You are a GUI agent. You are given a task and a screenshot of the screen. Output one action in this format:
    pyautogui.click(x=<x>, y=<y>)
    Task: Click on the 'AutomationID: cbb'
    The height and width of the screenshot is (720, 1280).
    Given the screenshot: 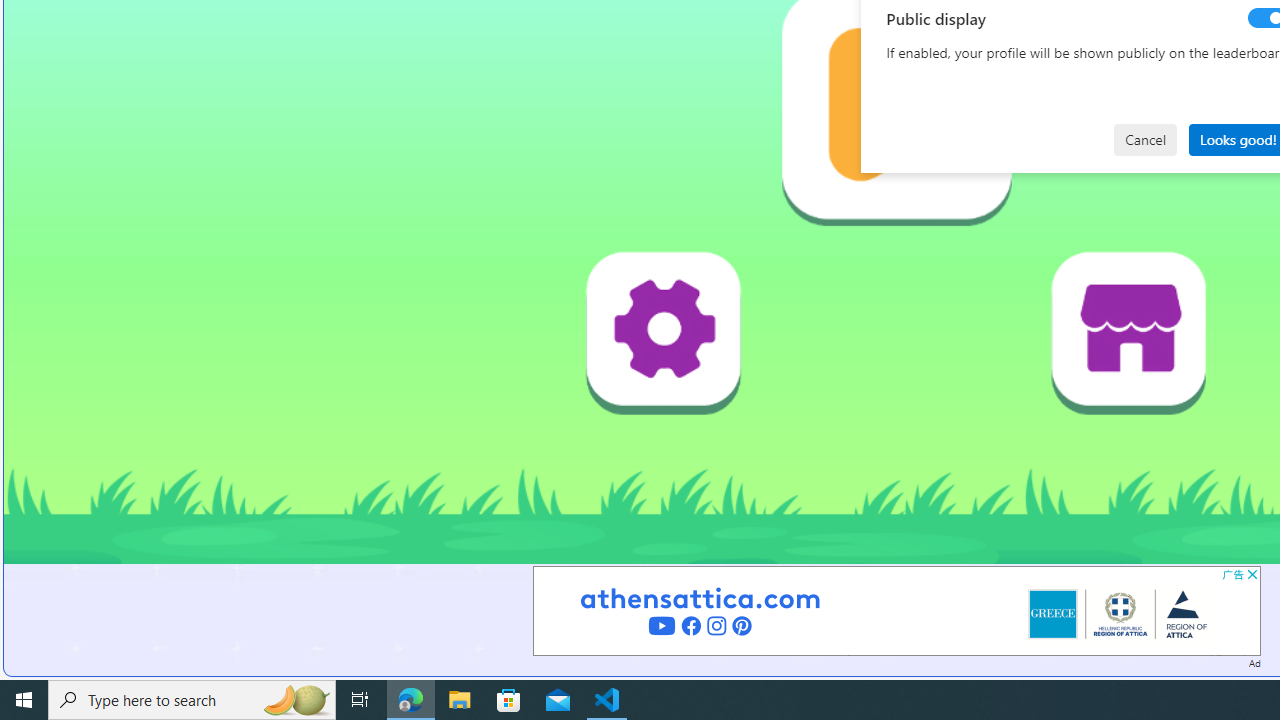 What is the action you would take?
    pyautogui.click(x=1251, y=574)
    